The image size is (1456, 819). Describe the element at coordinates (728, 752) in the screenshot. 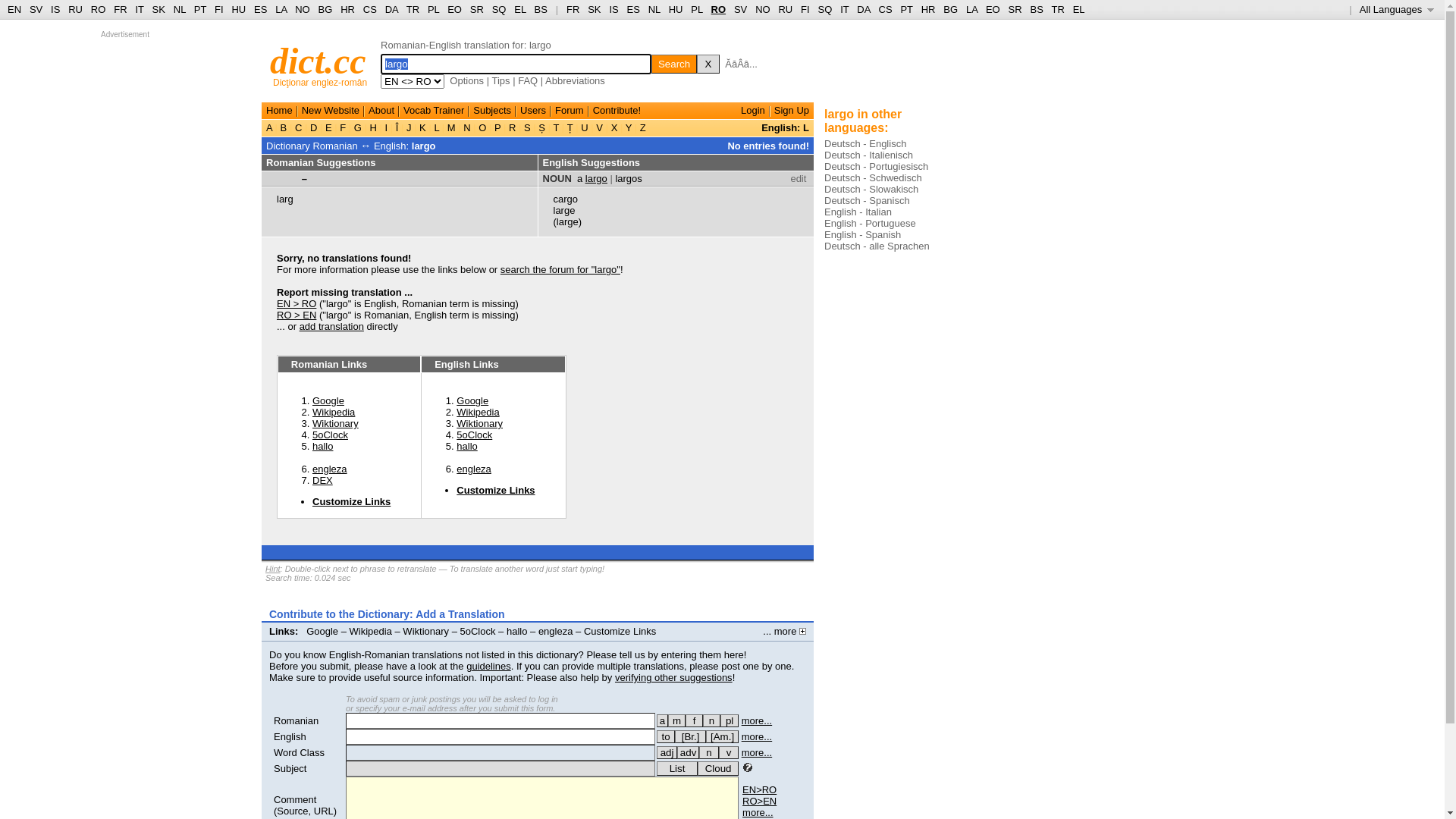

I see `'v'` at that location.